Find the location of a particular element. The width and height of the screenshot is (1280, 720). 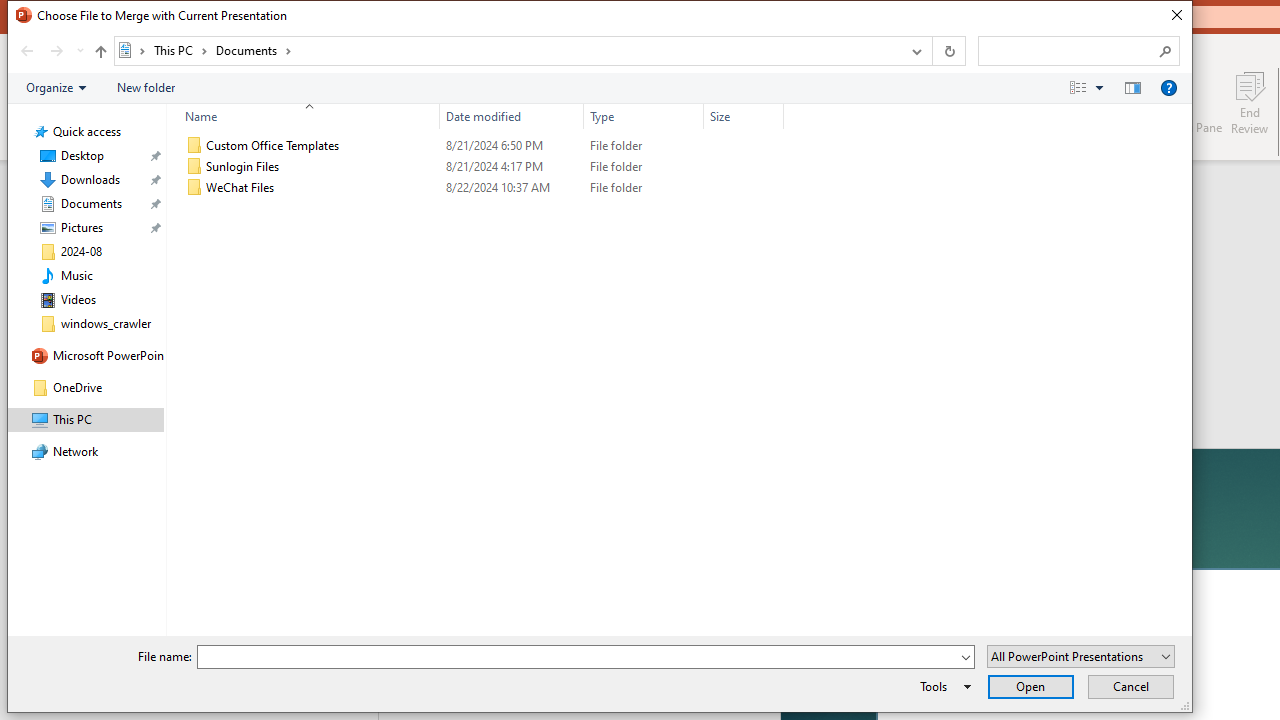

'Date modified' is located at coordinates (512, 116).